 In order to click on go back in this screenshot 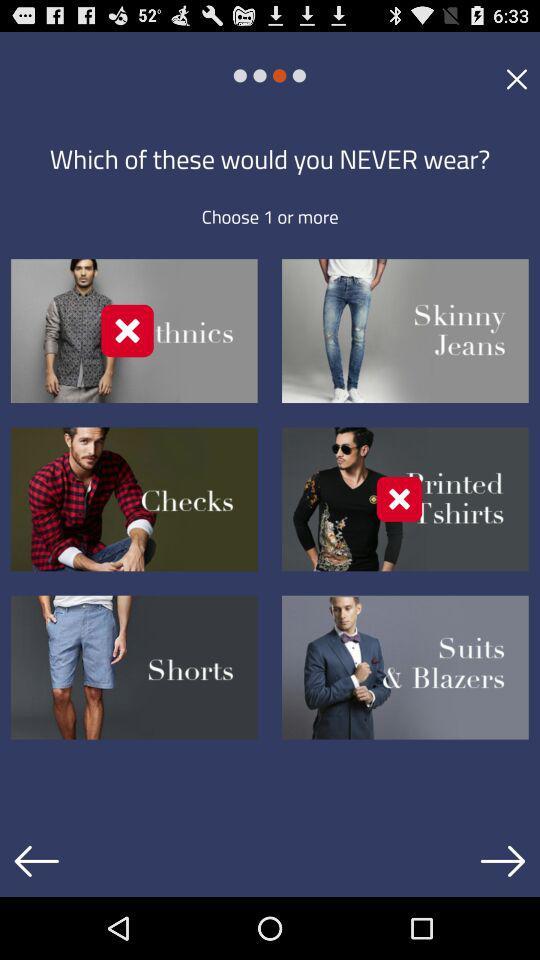, I will do `click(36, 860)`.